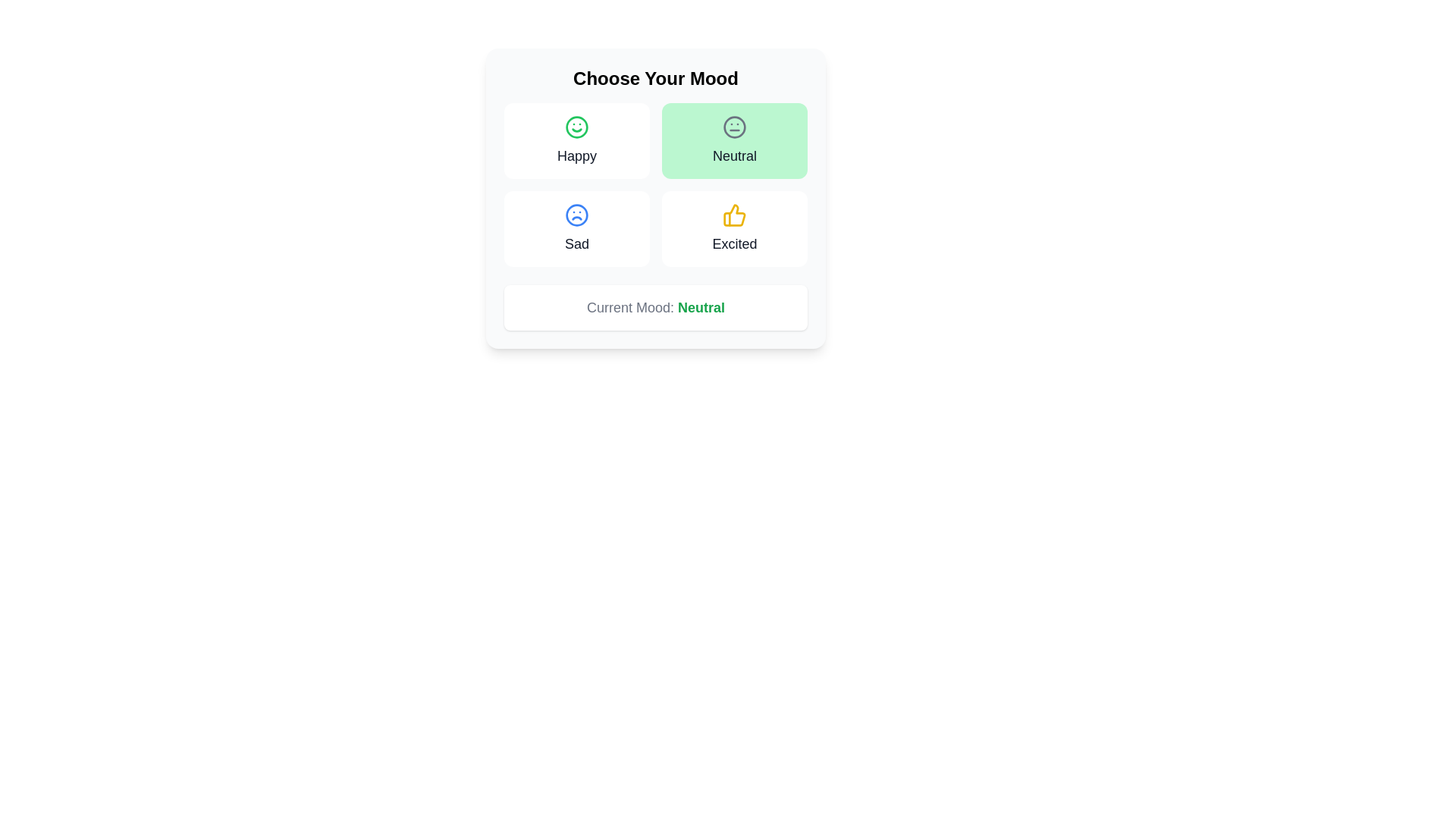  Describe the element at coordinates (576, 228) in the screenshot. I see `the 'Sad' mood button located in the bottom-left quadrant of the mood selection grid` at that location.